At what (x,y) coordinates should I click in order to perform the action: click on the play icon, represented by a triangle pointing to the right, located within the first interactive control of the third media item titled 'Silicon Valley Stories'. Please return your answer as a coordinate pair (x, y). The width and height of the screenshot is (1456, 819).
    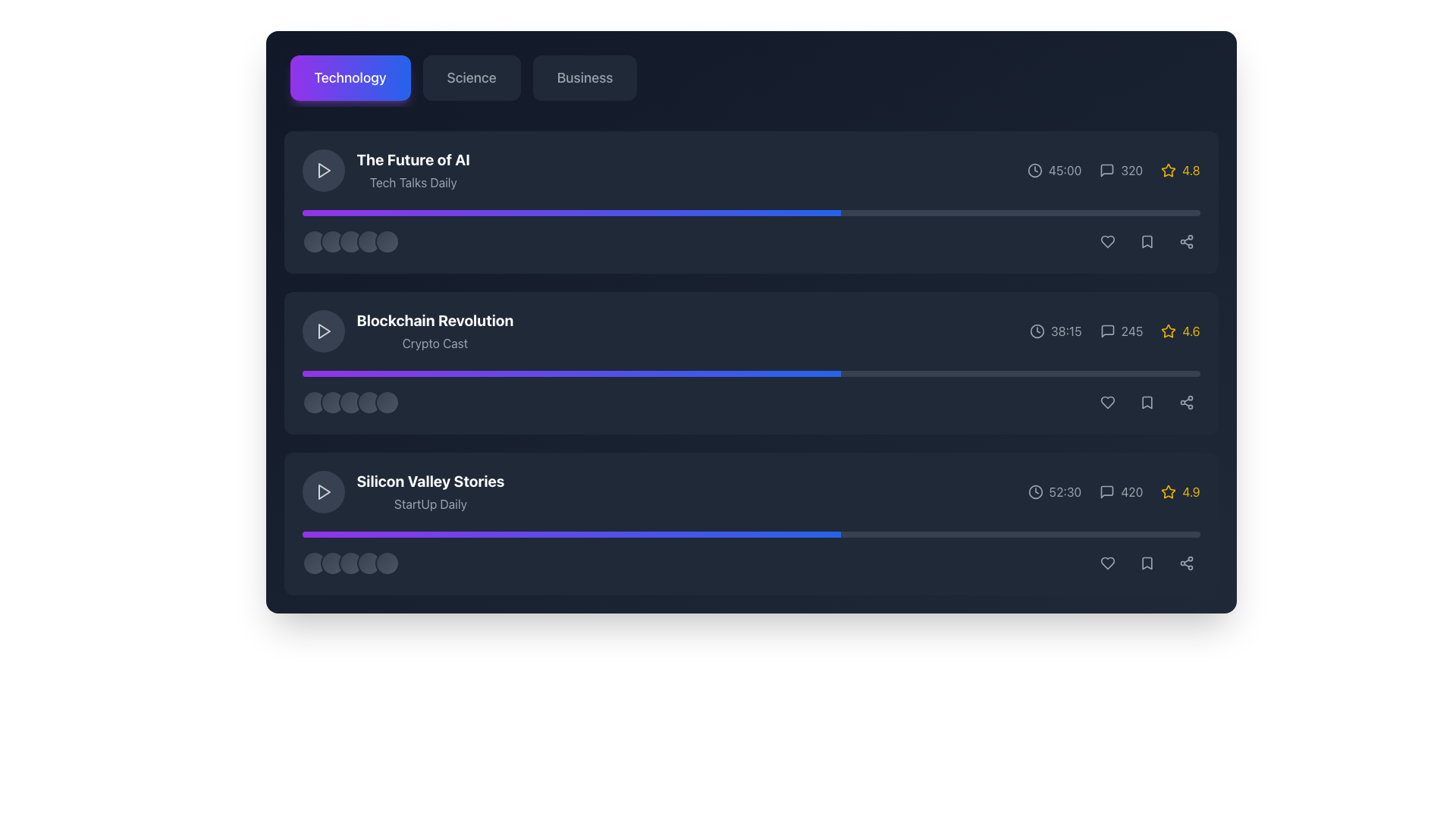
    Looking at the image, I should click on (322, 491).